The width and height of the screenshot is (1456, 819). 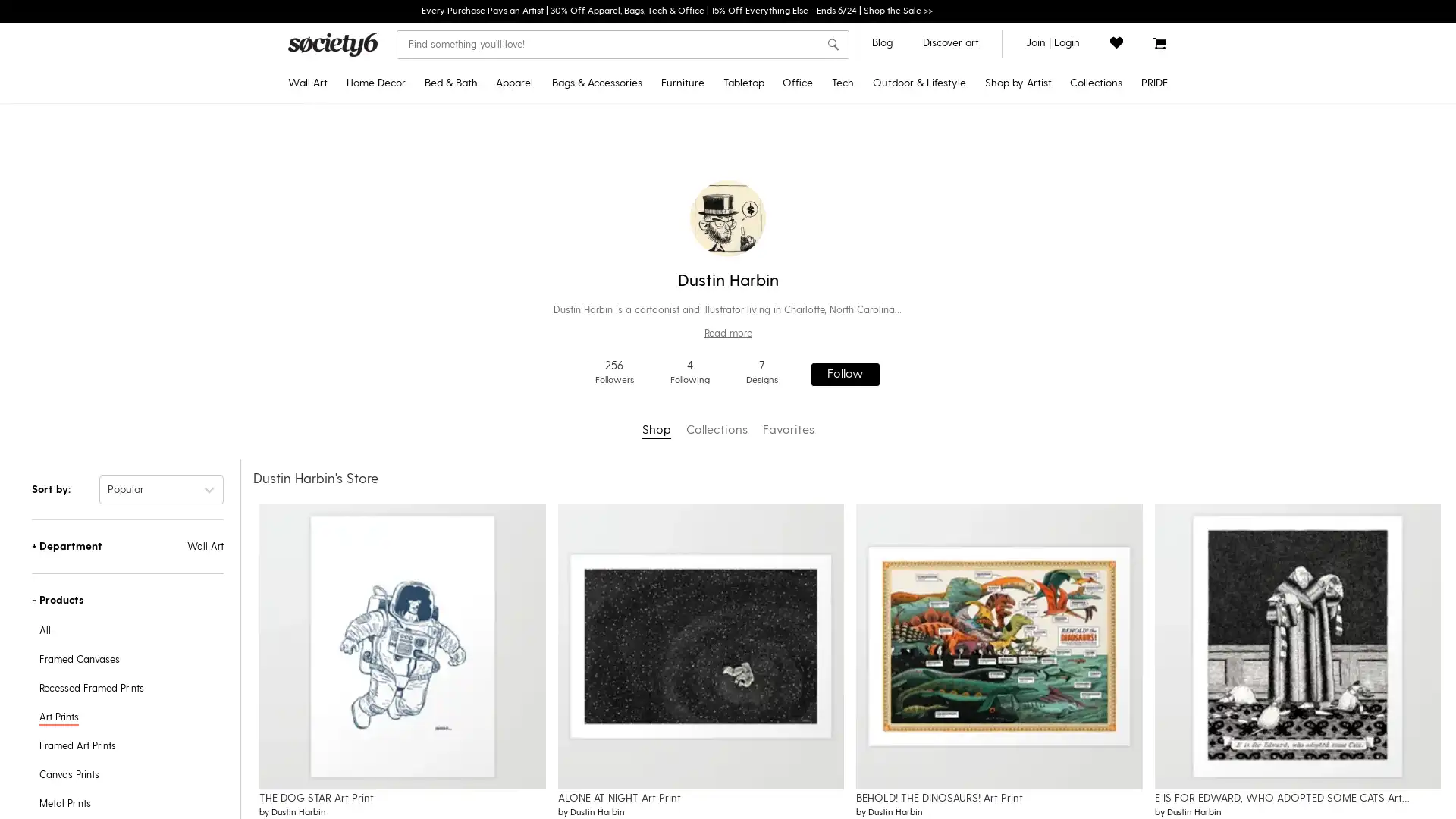 What do you see at coordinates (896, 219) in the screenshot?
I see `iPhone Card Cases` at bounding box center [896, 219].